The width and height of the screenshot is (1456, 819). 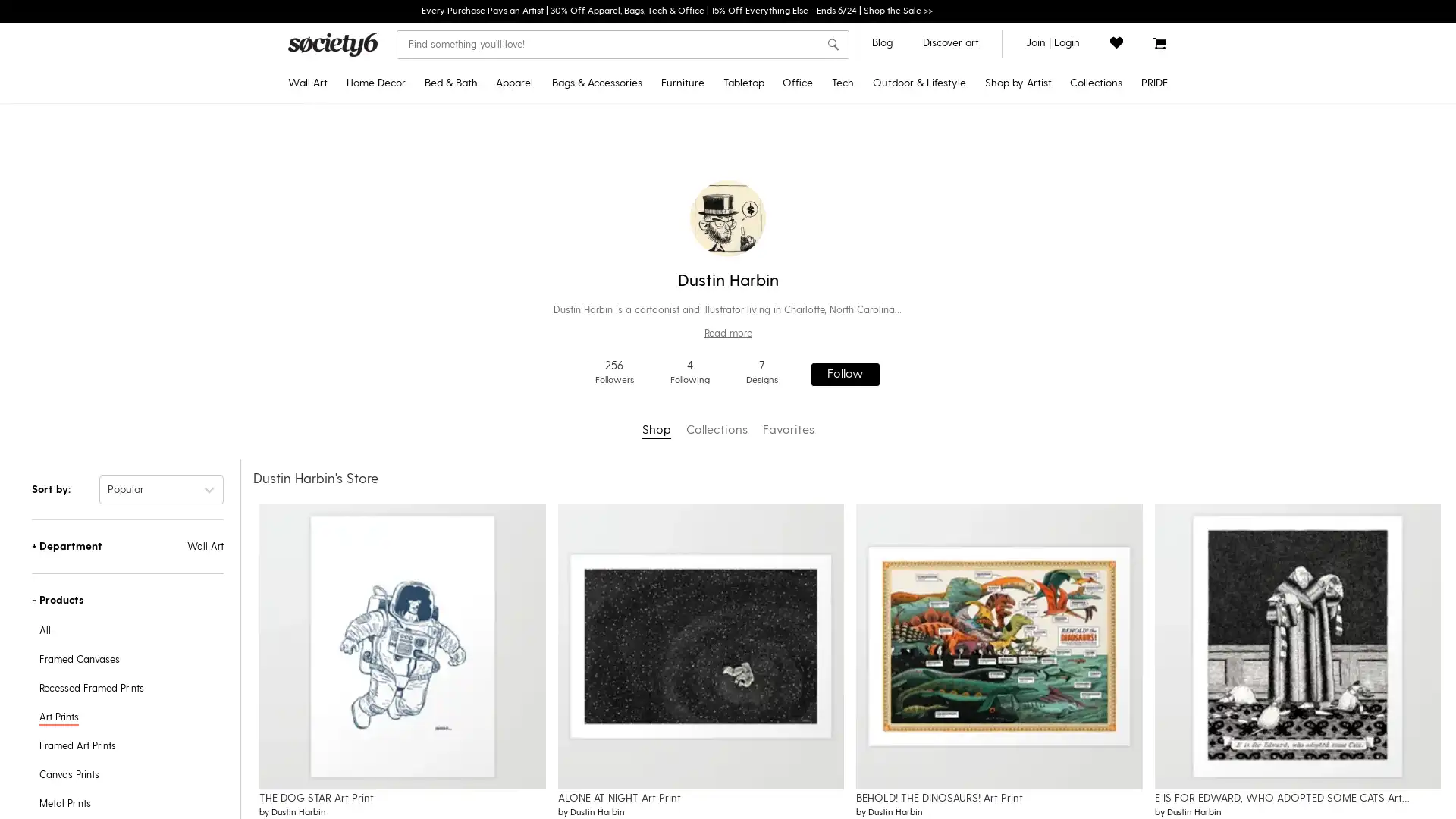 What do you see at coordinates (896, 219) in the screenshot?
I see `iPhone Card Cases` at bounding box center [896, 219].